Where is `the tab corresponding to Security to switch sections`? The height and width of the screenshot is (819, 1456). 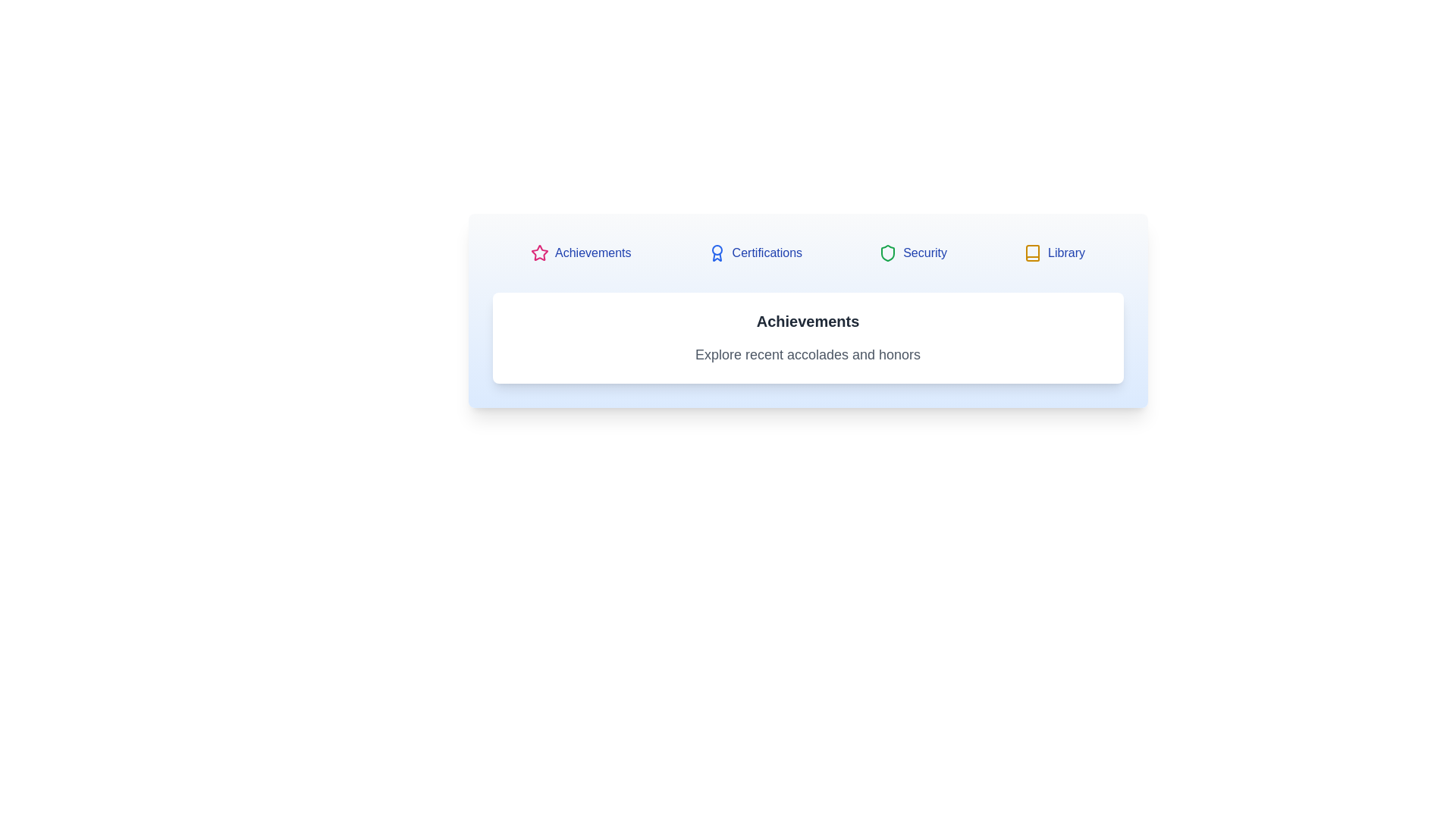 the tab corresponding to Security to switch sections is located at coordinates (912, 253).